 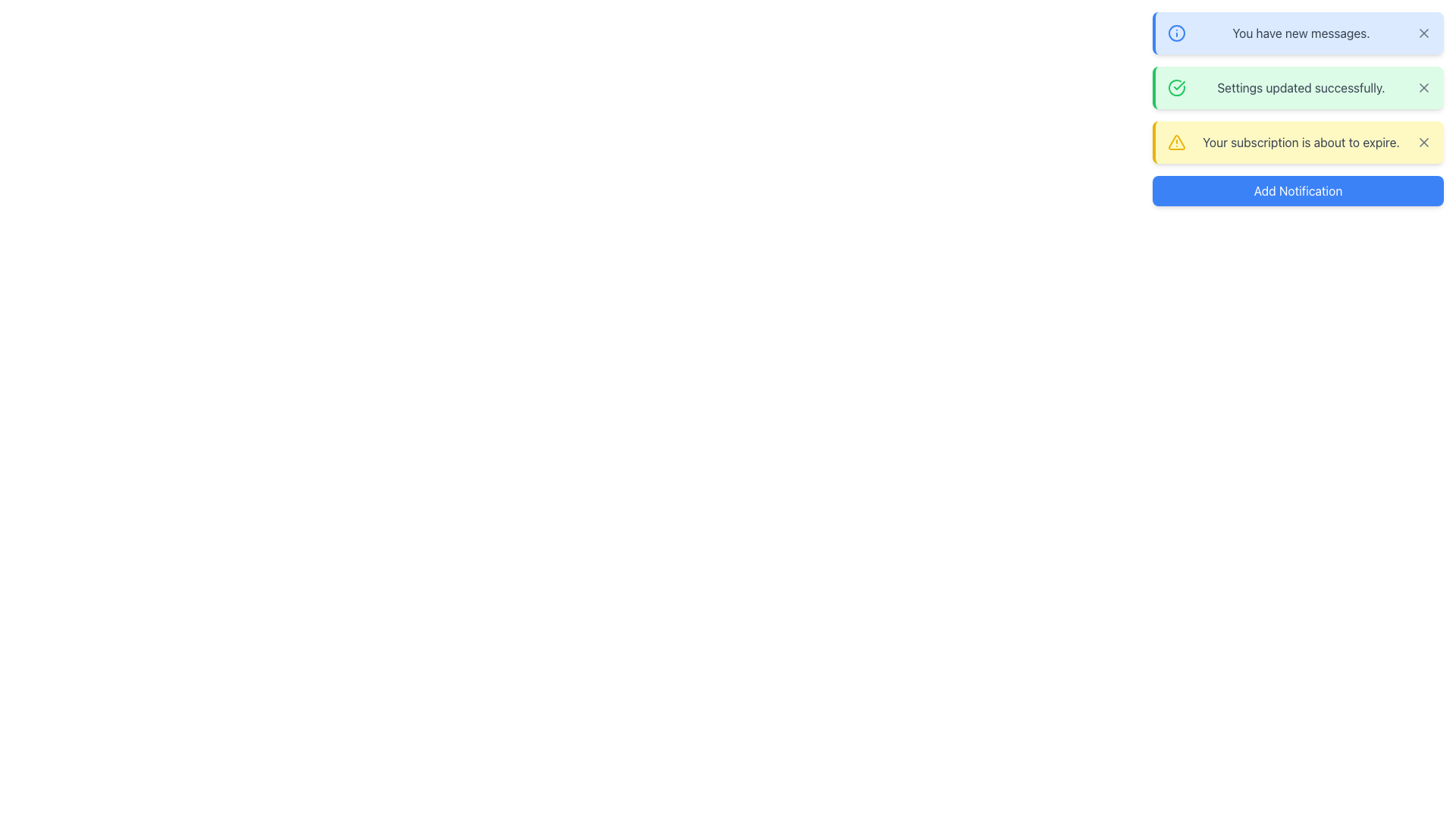 What do you see at coordinates (1175, 33) in the screenshot?
I see `the circular blue-bordered icon with a vertical blue line and a small dot, located on the left side of the notification box that indicates 'You have new messages.'` at bounding box center [1175, 33].